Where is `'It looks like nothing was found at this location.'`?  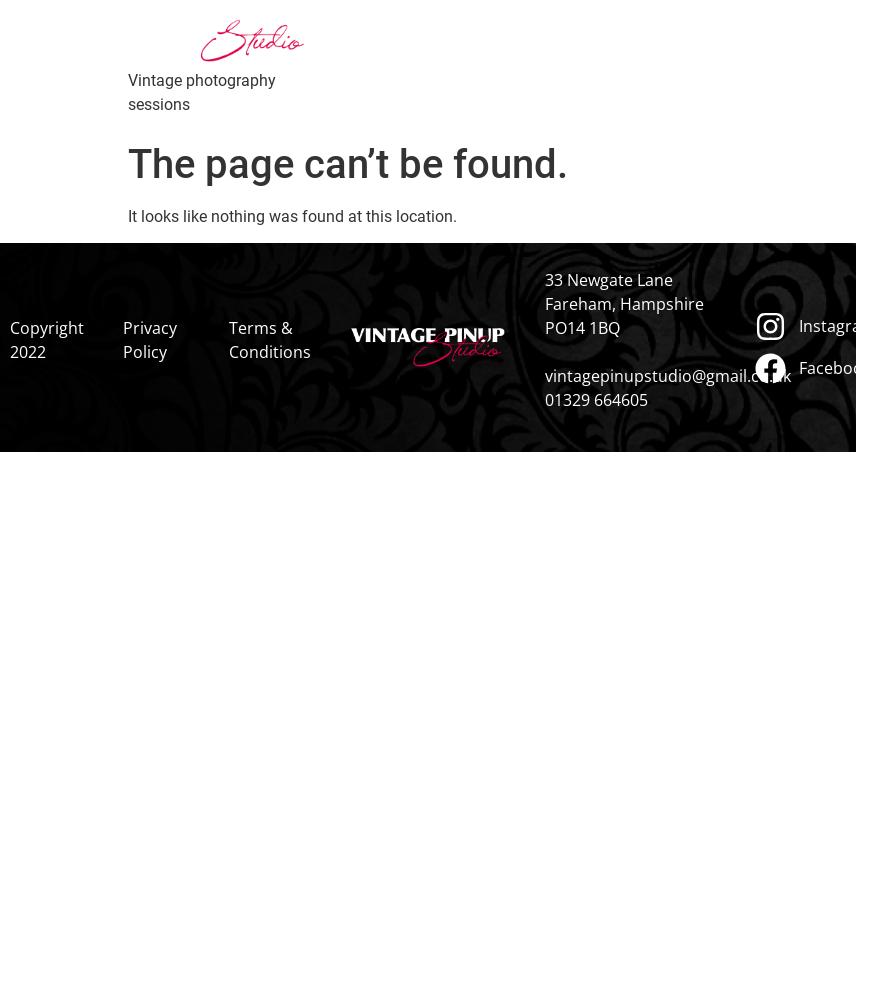
'It looks like nothing was found at this location.' is located at coordinates (126, 214).